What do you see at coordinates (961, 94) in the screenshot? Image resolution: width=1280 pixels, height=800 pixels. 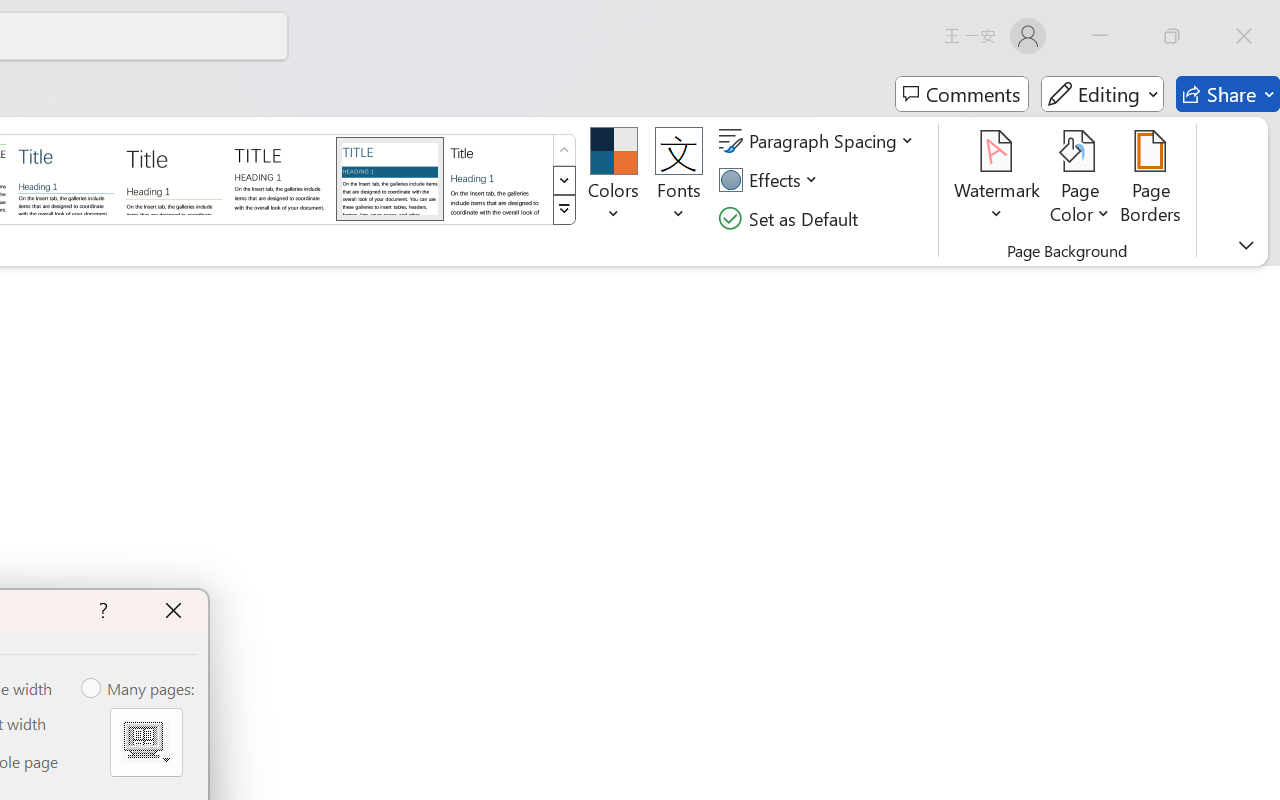 I see `'Comments'` at bounding box center [961, 94].